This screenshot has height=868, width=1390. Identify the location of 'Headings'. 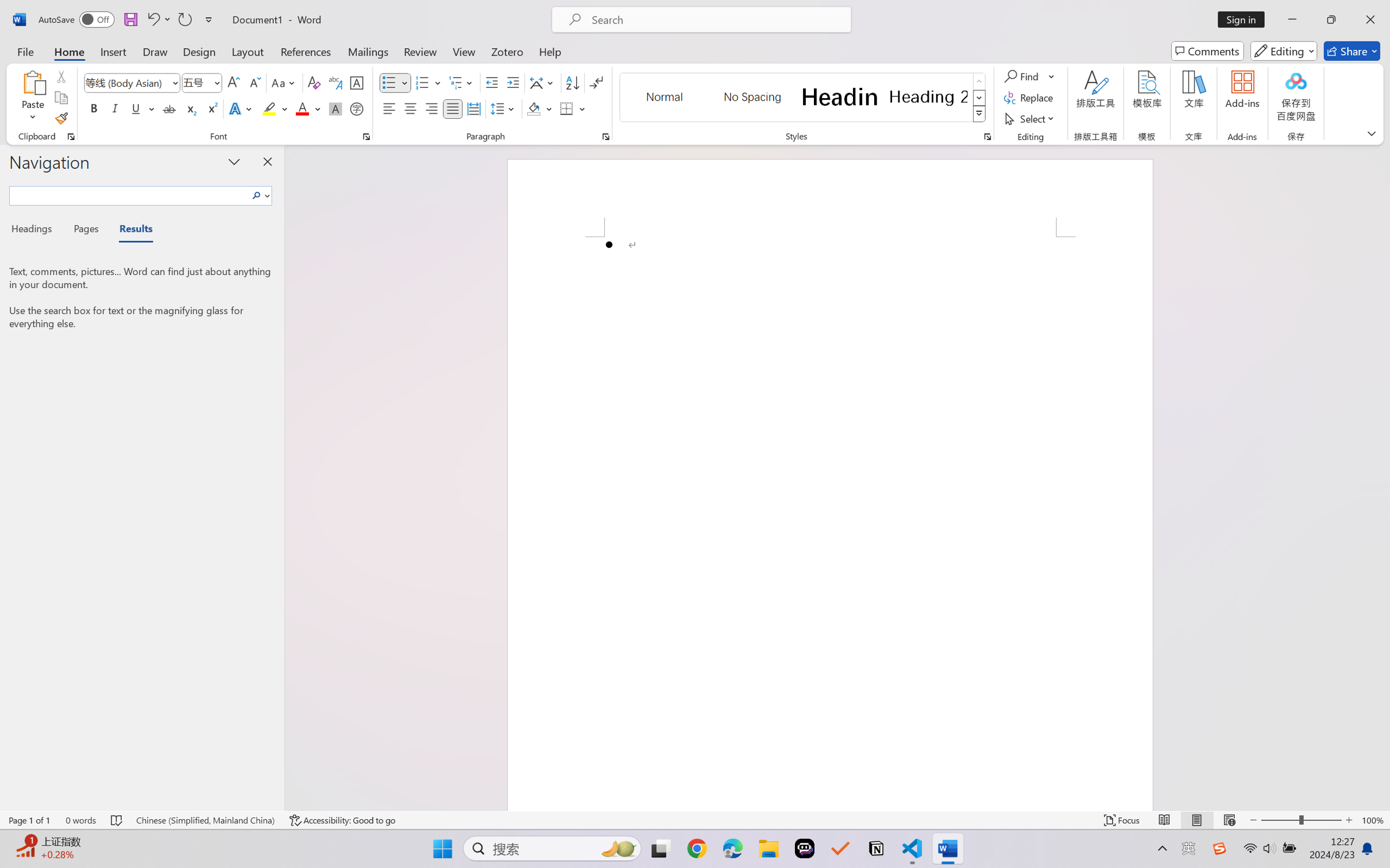
(35, 230).